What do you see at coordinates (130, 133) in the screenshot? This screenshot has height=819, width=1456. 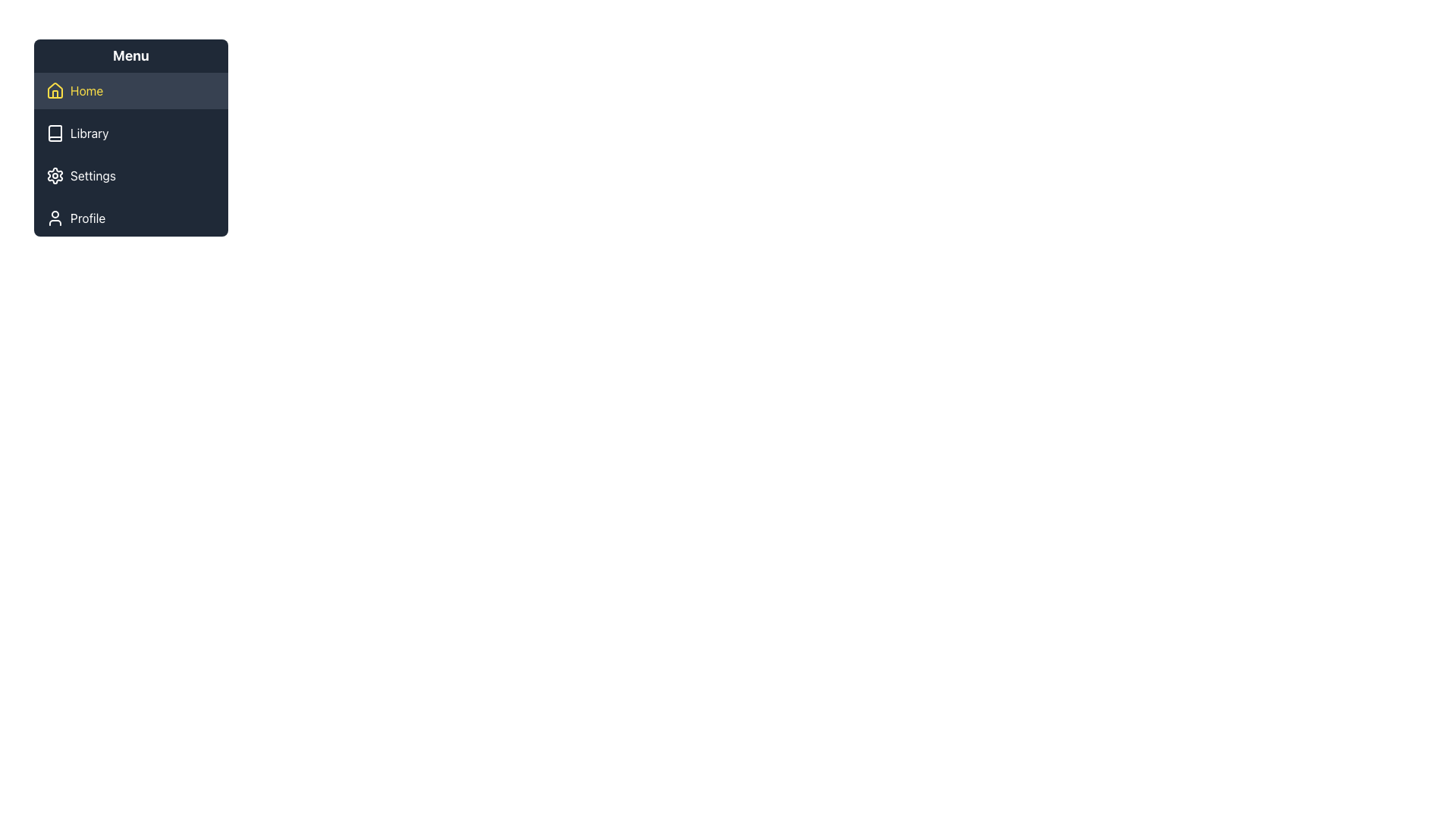 I see `the 'Library' menu item, which is the second option in the vertical stack of menu options in the left sidebar` at bounding box center [130, 133].